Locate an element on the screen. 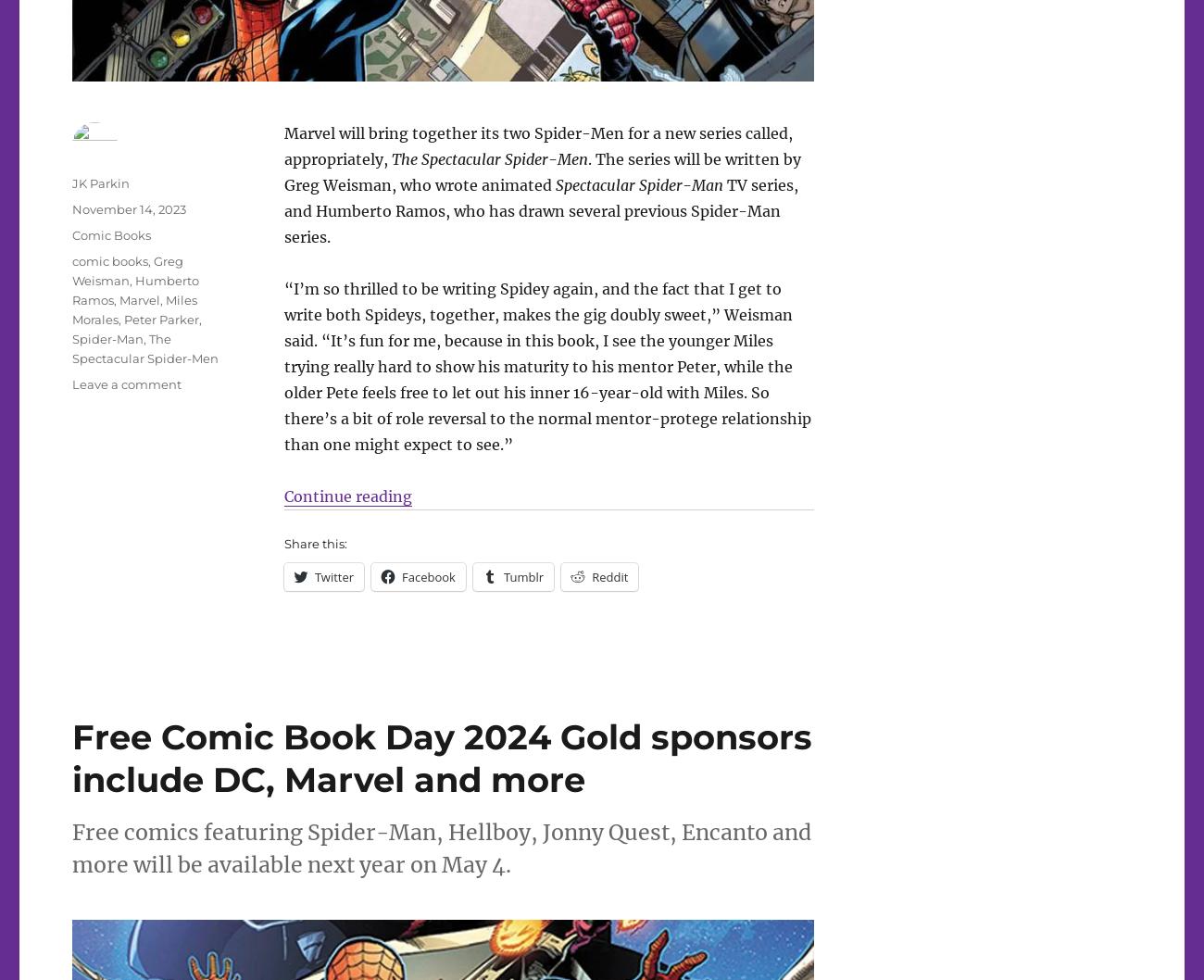 The width and height of the screenshot is (1204, 980). 'JK Parkin' is located at coordinates (72, 182).